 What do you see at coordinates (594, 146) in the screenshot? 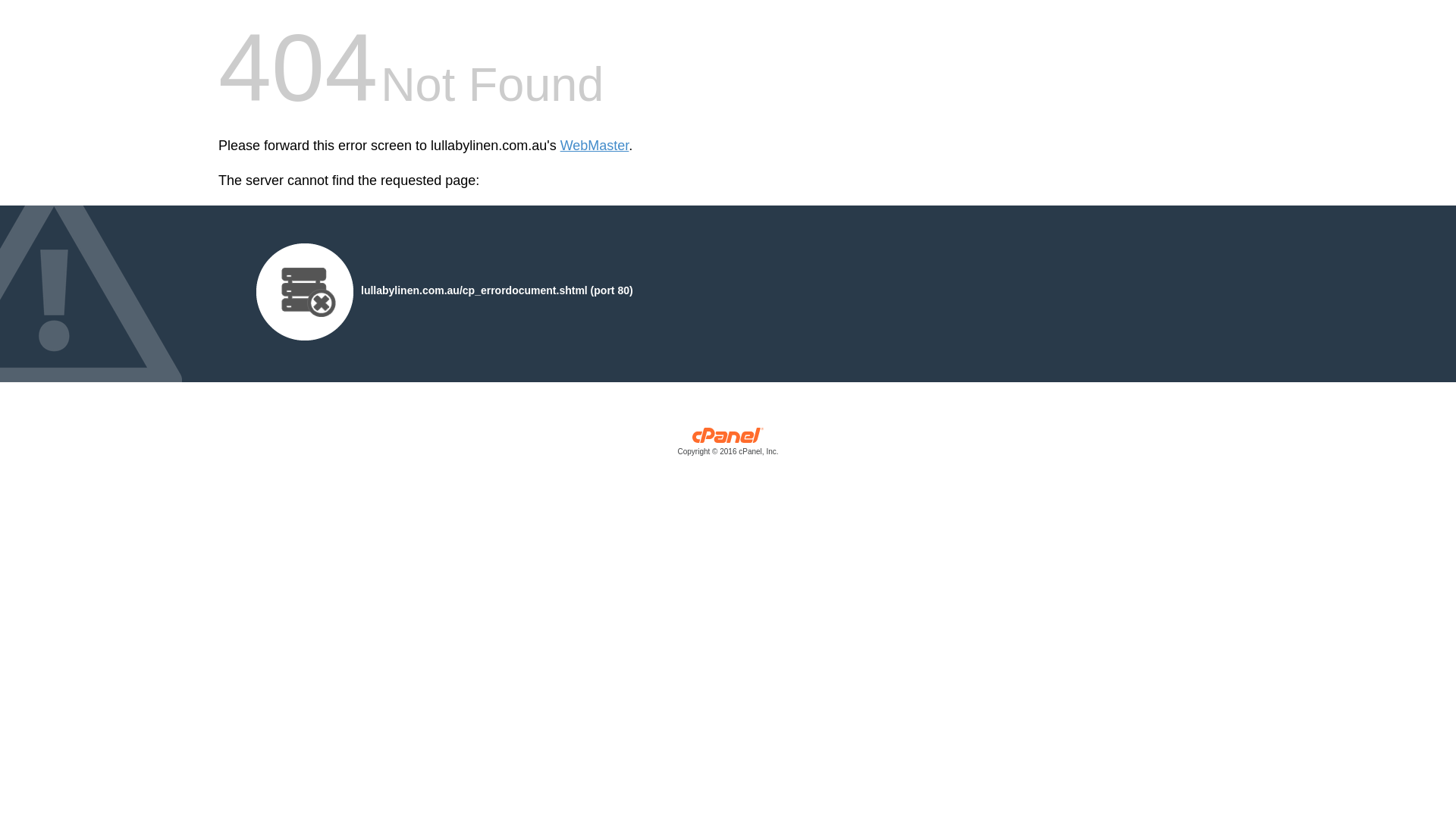
I see `'WebMaster'` at bounding box center [594, 146].